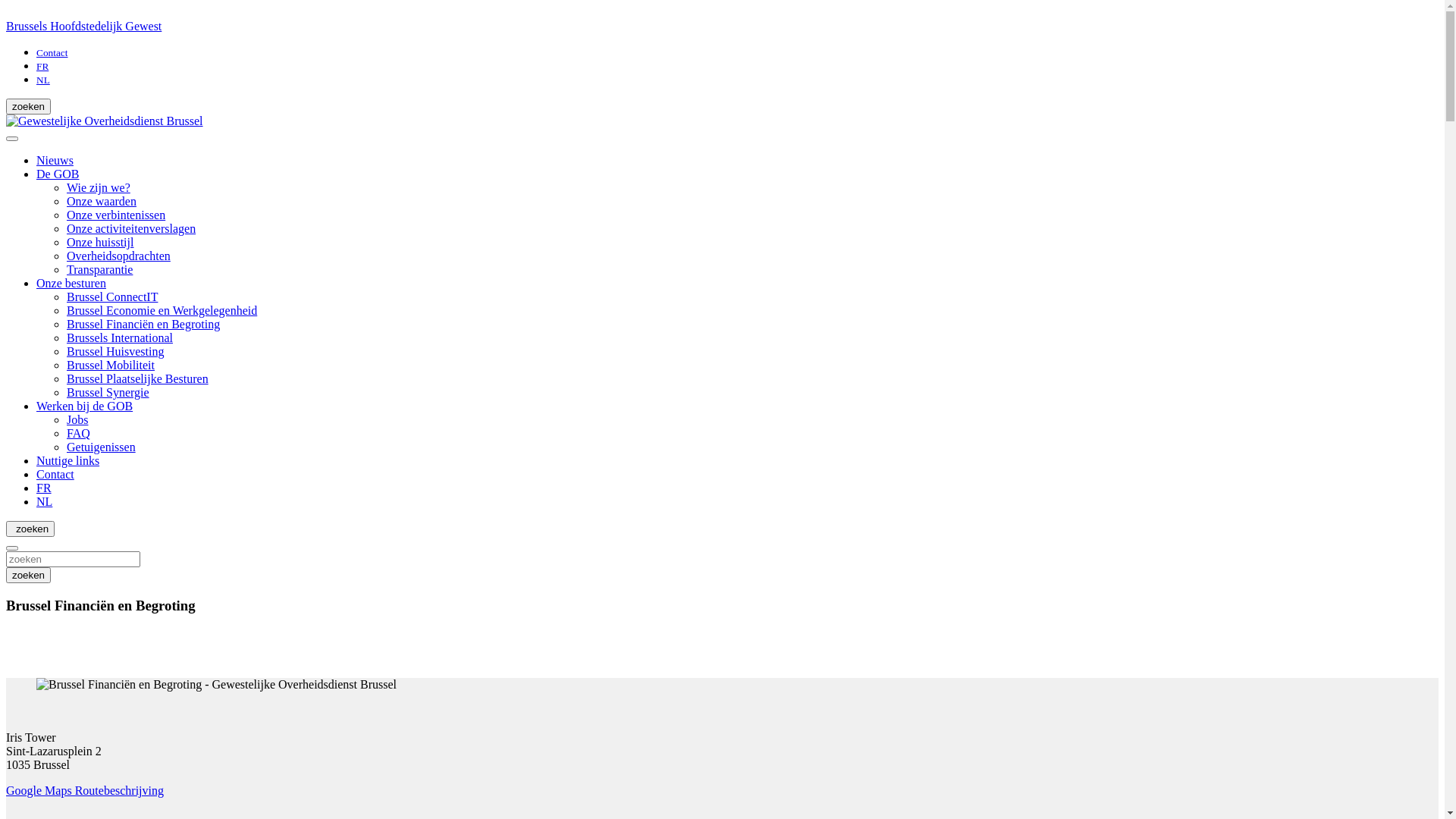 This screenshot has height=819, width=1456. I want to click on 'Transparantie', so click(99, 268).